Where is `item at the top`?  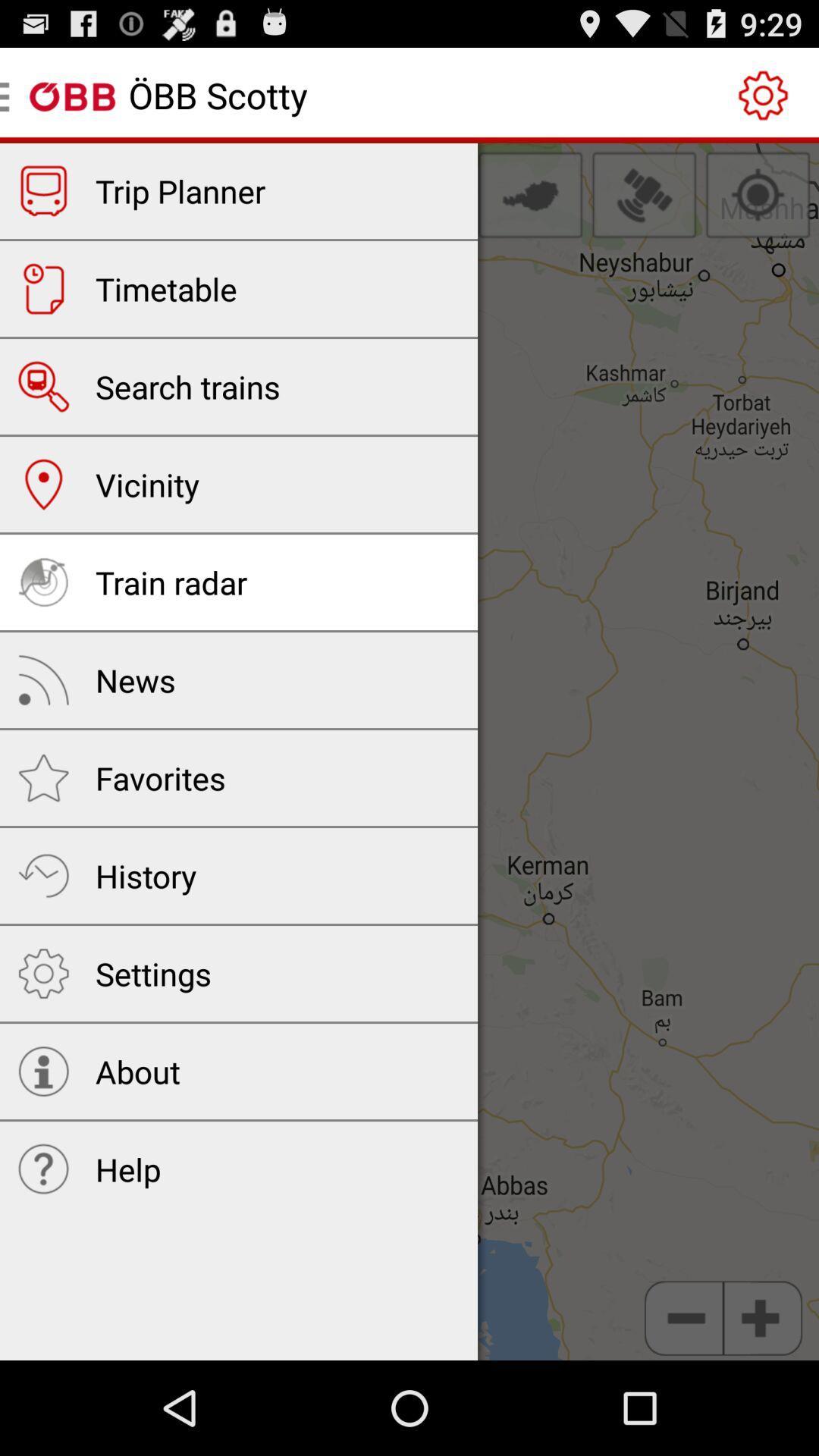
item at the top is located at coordinates (529, 194).